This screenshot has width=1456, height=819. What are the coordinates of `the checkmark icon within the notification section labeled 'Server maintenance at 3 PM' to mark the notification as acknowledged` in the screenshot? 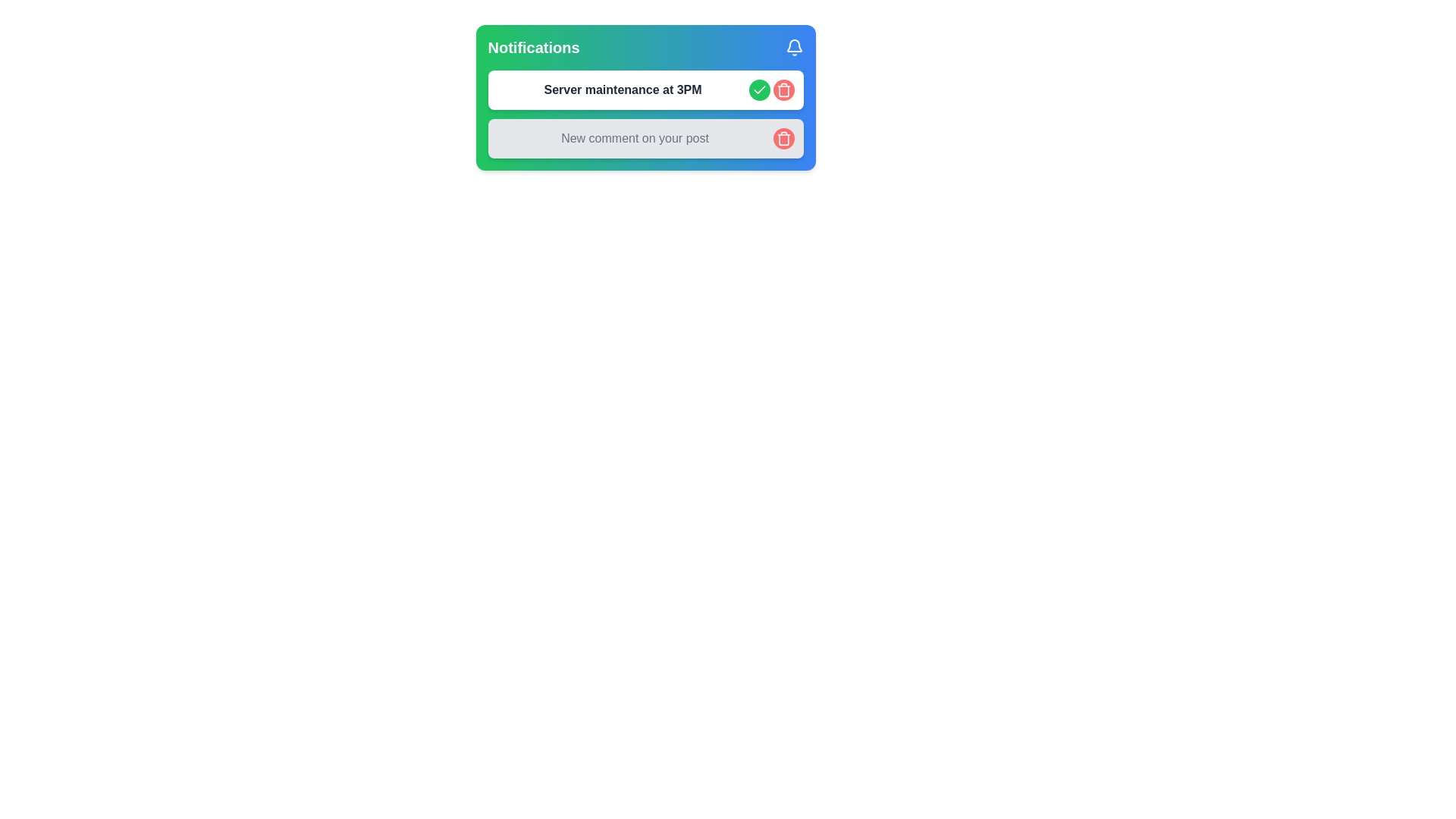 It's located at (759, 89).